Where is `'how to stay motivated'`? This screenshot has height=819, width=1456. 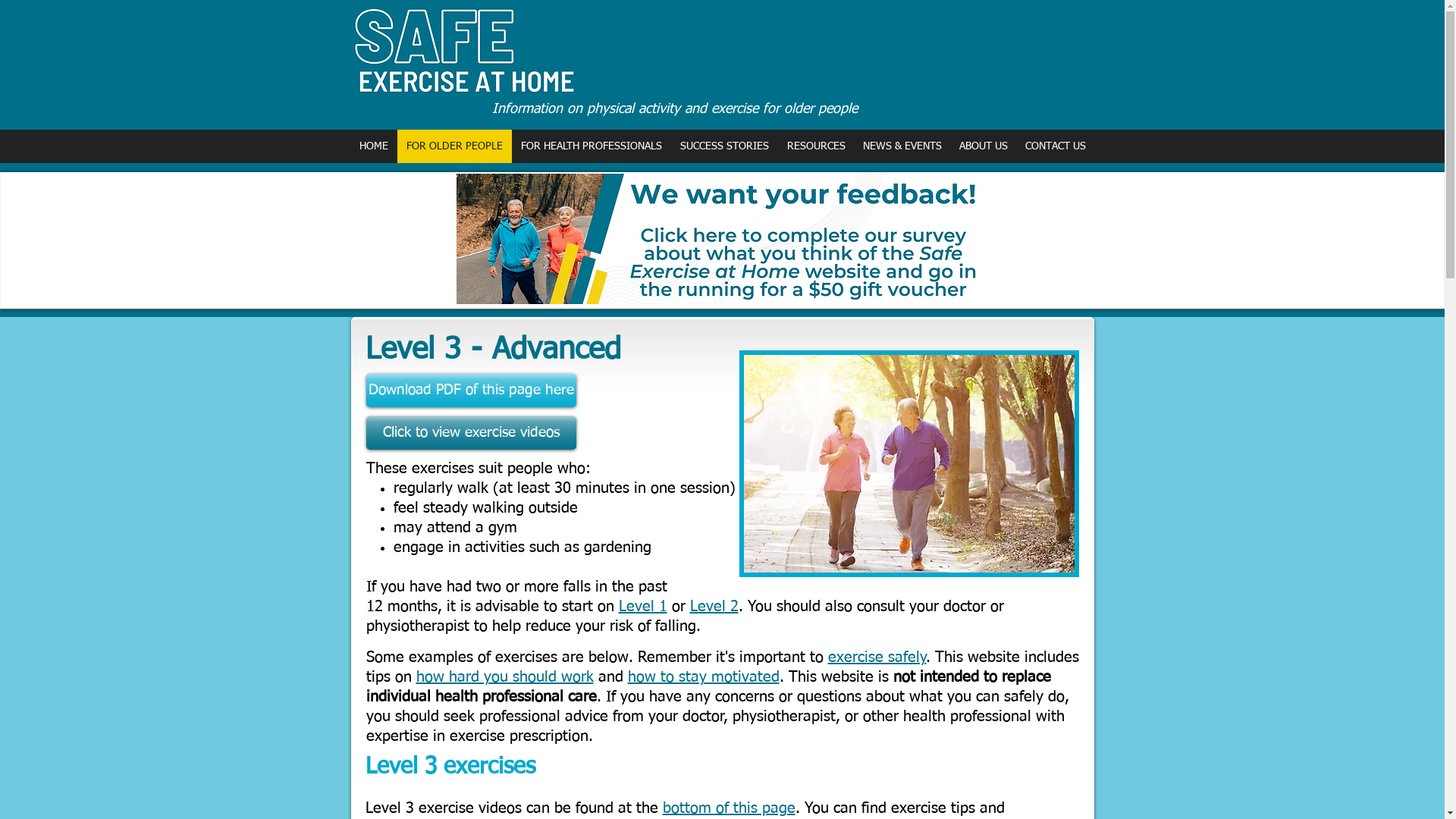 'how to stay motivated' is located at coordinates (702, 676).